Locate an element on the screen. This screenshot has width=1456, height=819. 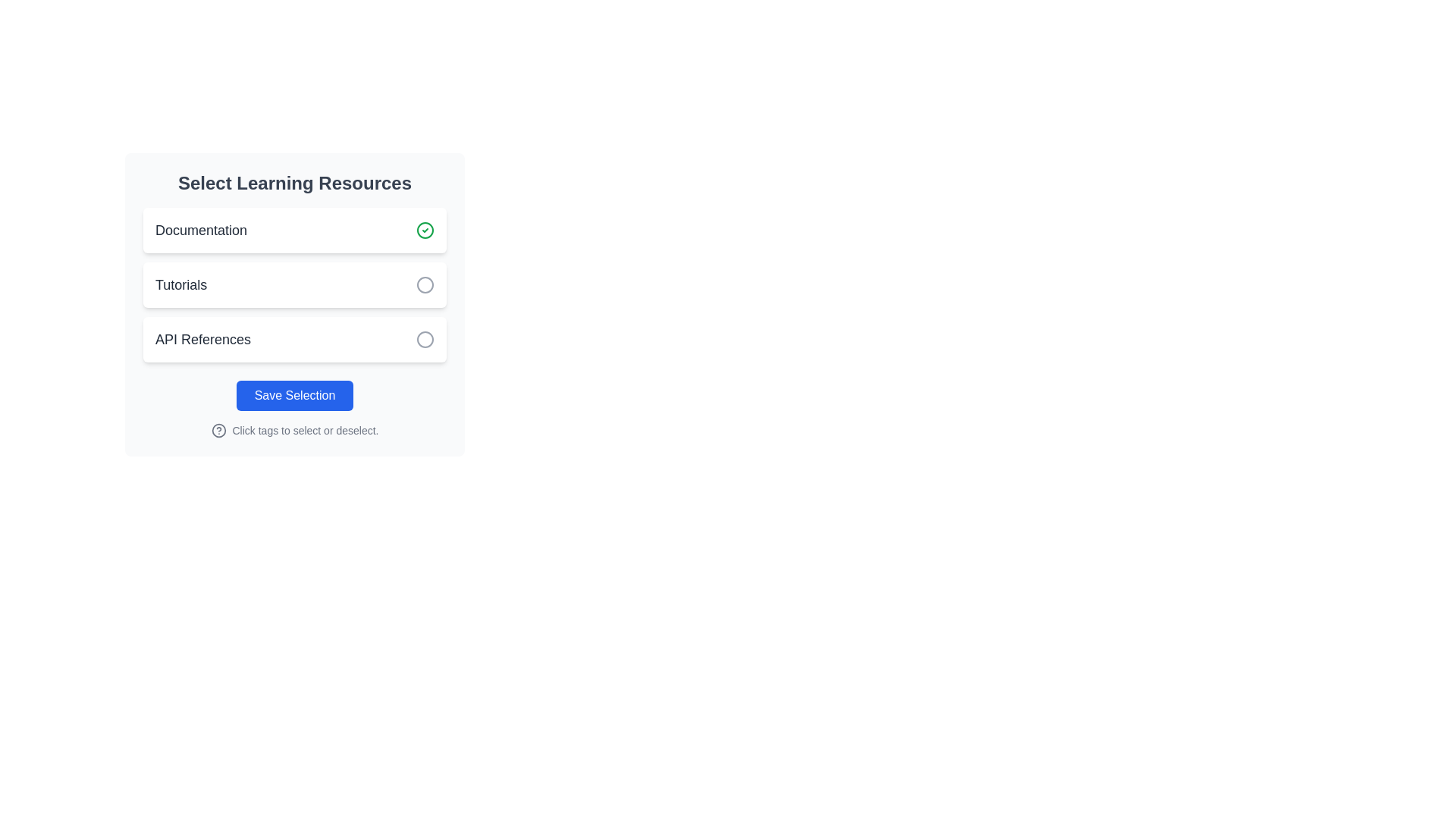
the submission button located within the card below the list of selectable items and above the instructional text is located at coordinates (294, 394).